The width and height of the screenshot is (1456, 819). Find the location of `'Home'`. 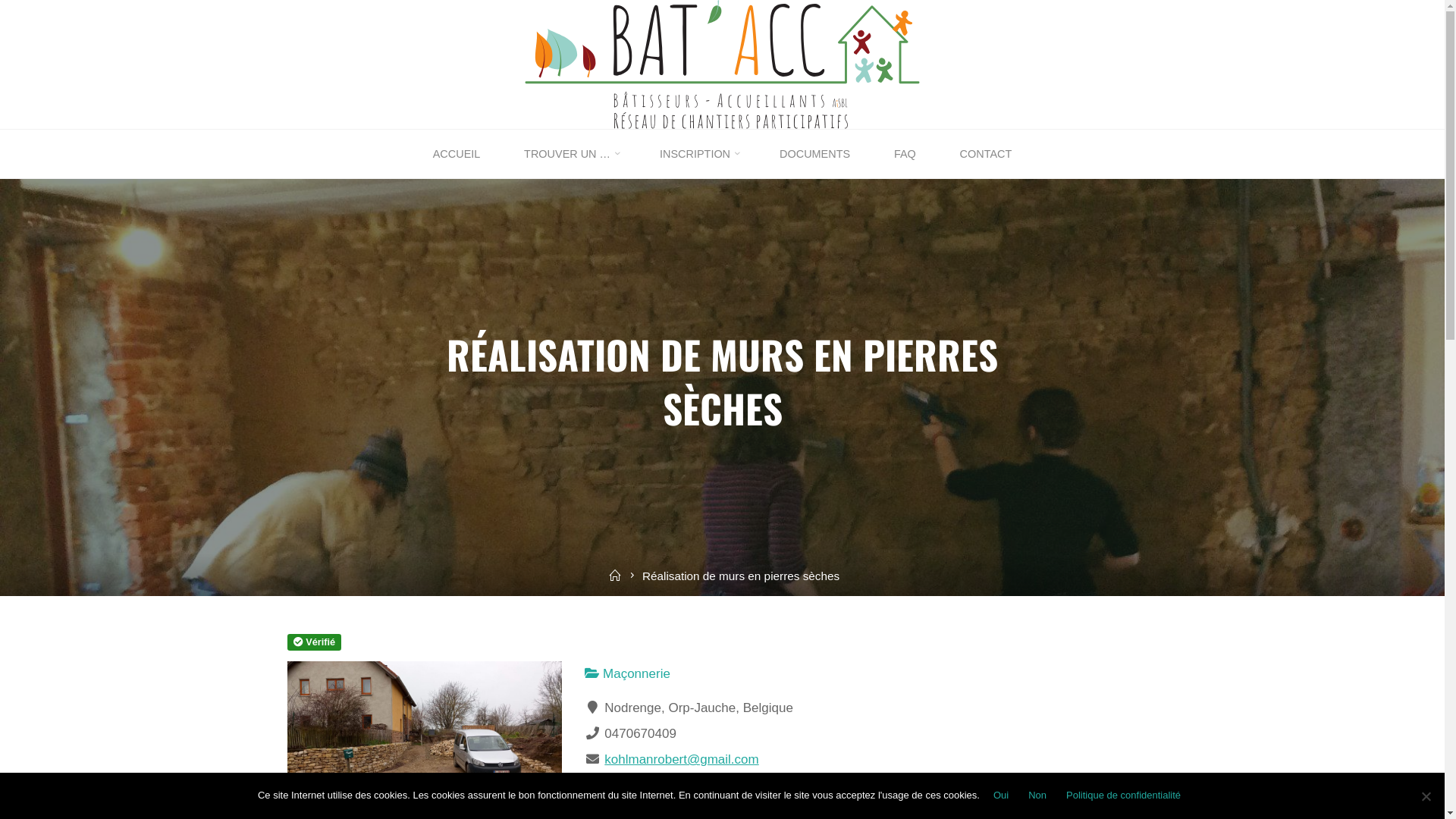

'Home' is located at coordinates (615, 576).